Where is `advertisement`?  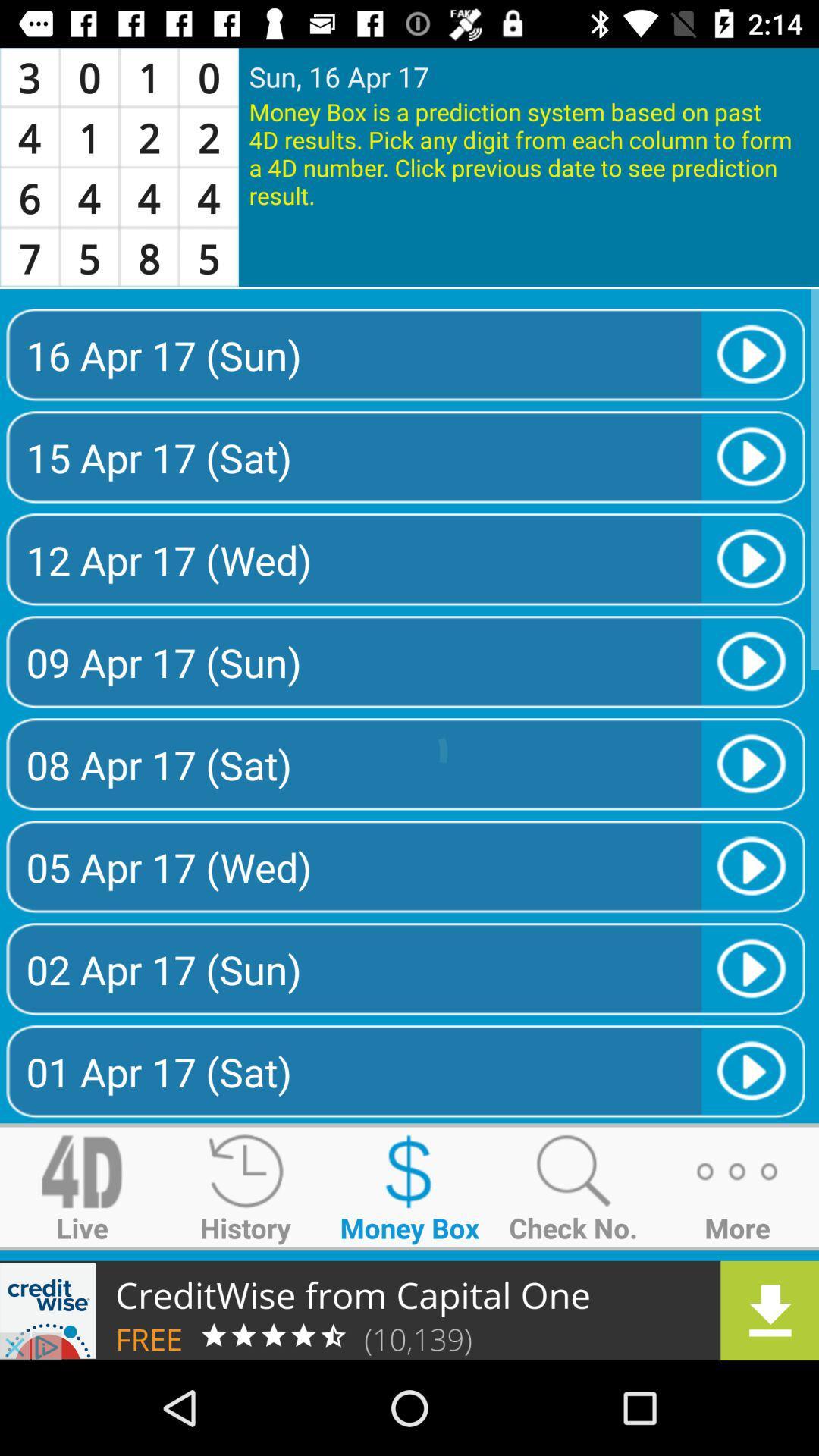
advertisement is located at coordinates (409, 1310).